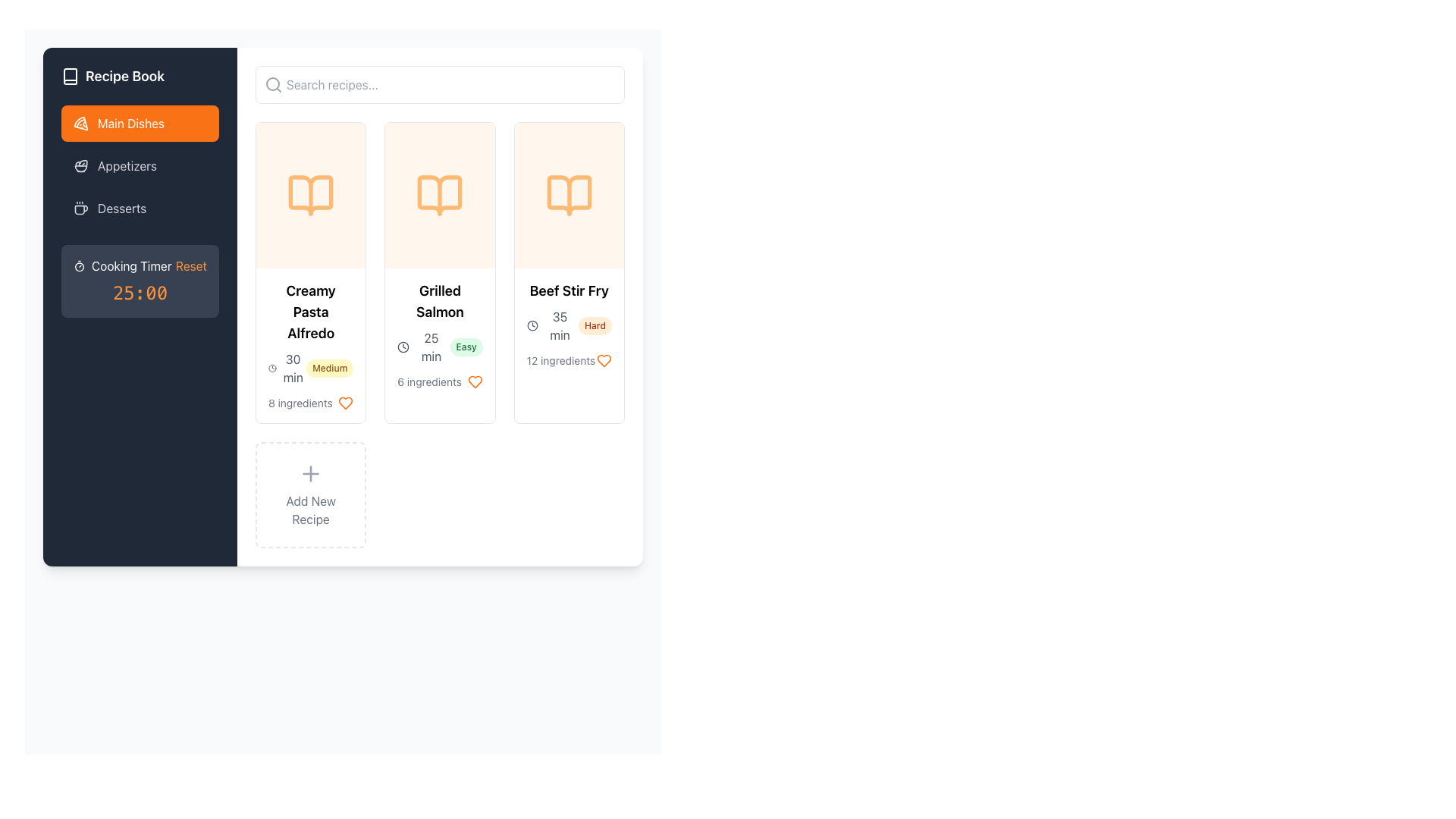  Describe the element at coordinates (423, 347) in the screenshot. I see `the text label indicating the preparation or cooking time for the 'Grilled Salmon' recipe to focus on it` at that location.